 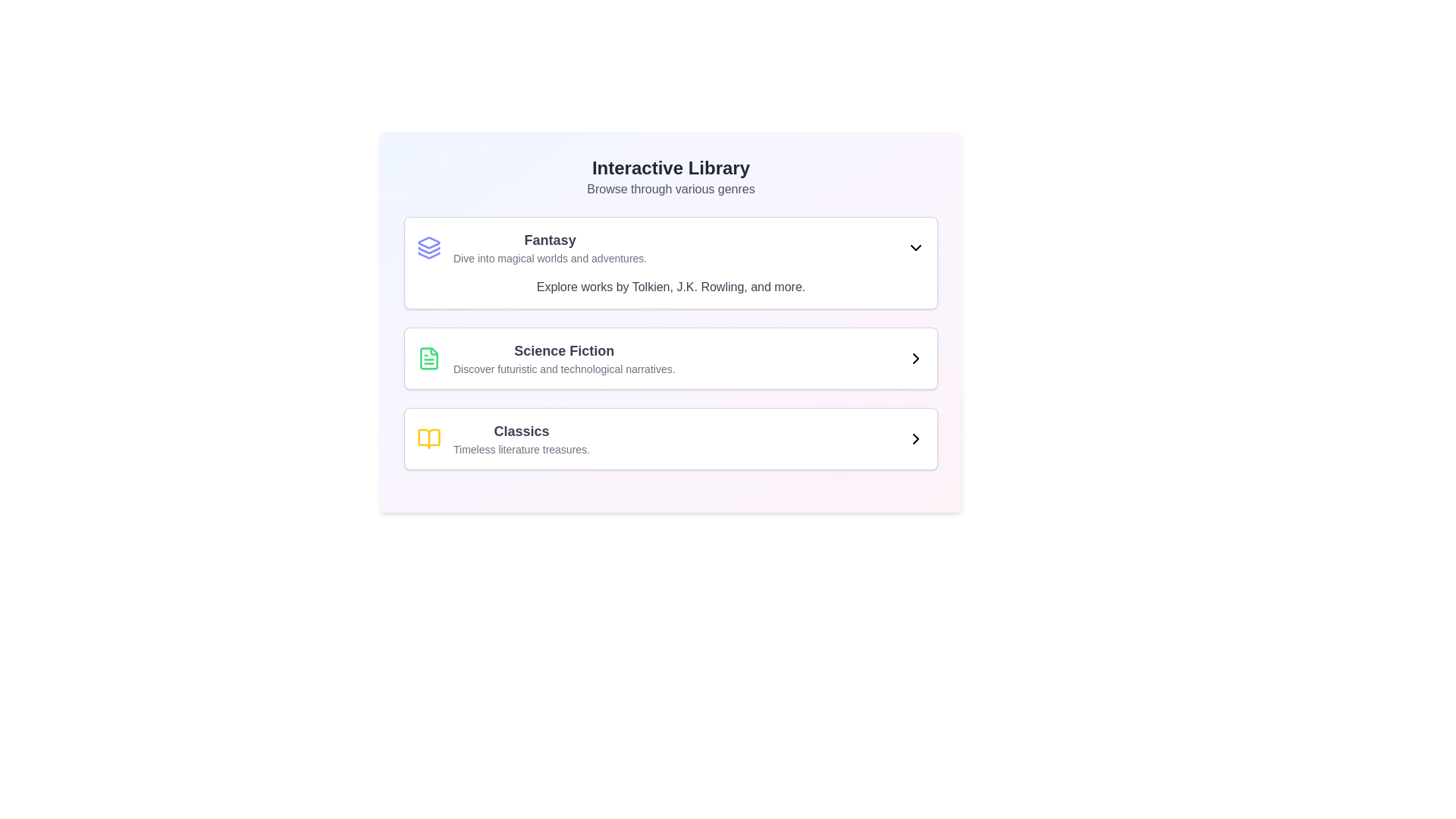 I want to click on the yellow open book icon located in the 'Classics' section of the 'Interactive Library' menu, positioned to the left of the 'Timeless literature treasures' text, so click(x=428, y=438).